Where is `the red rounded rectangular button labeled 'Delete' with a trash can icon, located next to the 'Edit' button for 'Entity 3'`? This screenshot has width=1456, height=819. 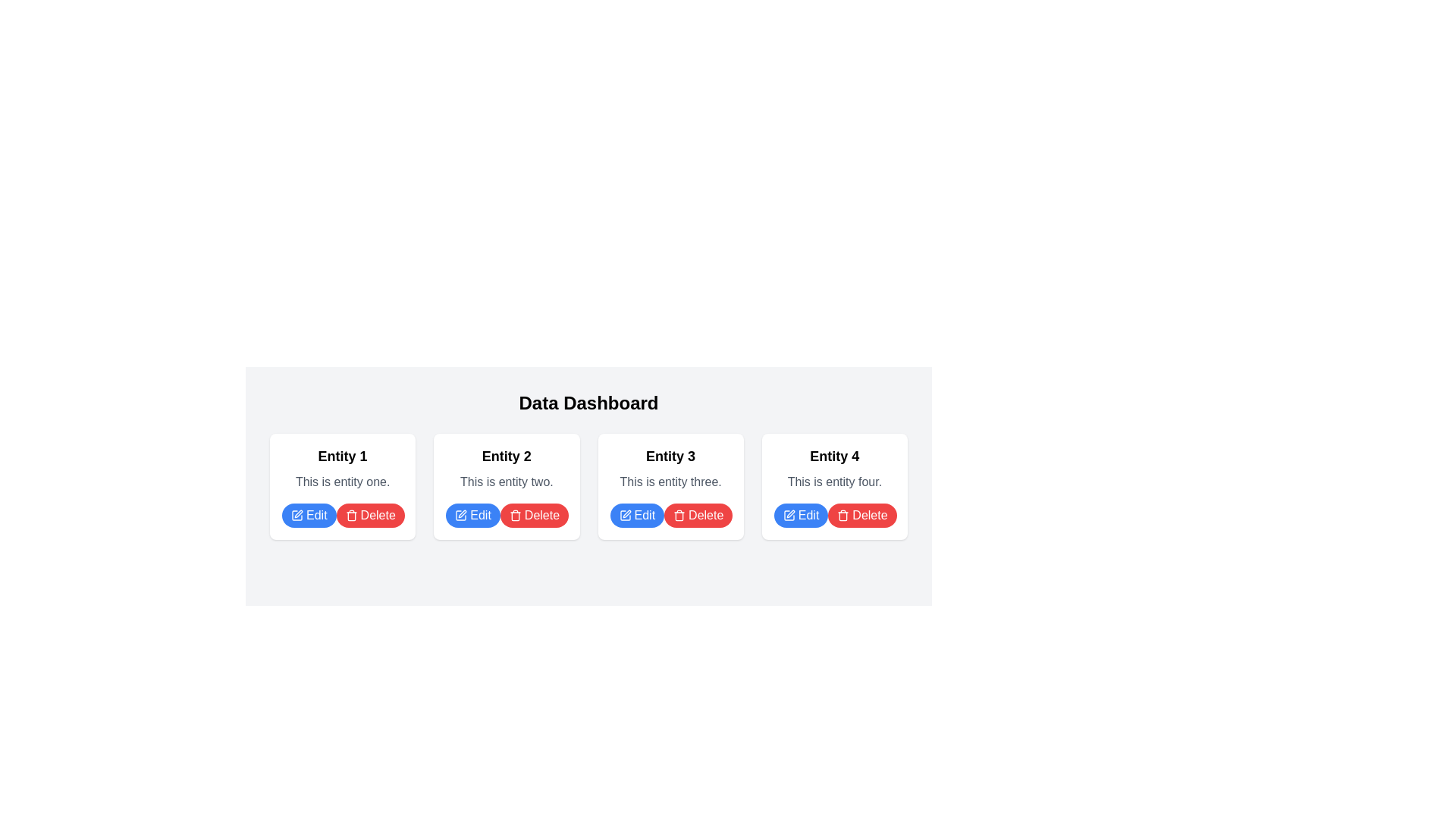
the red rounded rectangular button labeled 'Delete' with a trash can icon, located next to the 'Edit' button for 'Entity 3' is located at coordinates (698, 514).